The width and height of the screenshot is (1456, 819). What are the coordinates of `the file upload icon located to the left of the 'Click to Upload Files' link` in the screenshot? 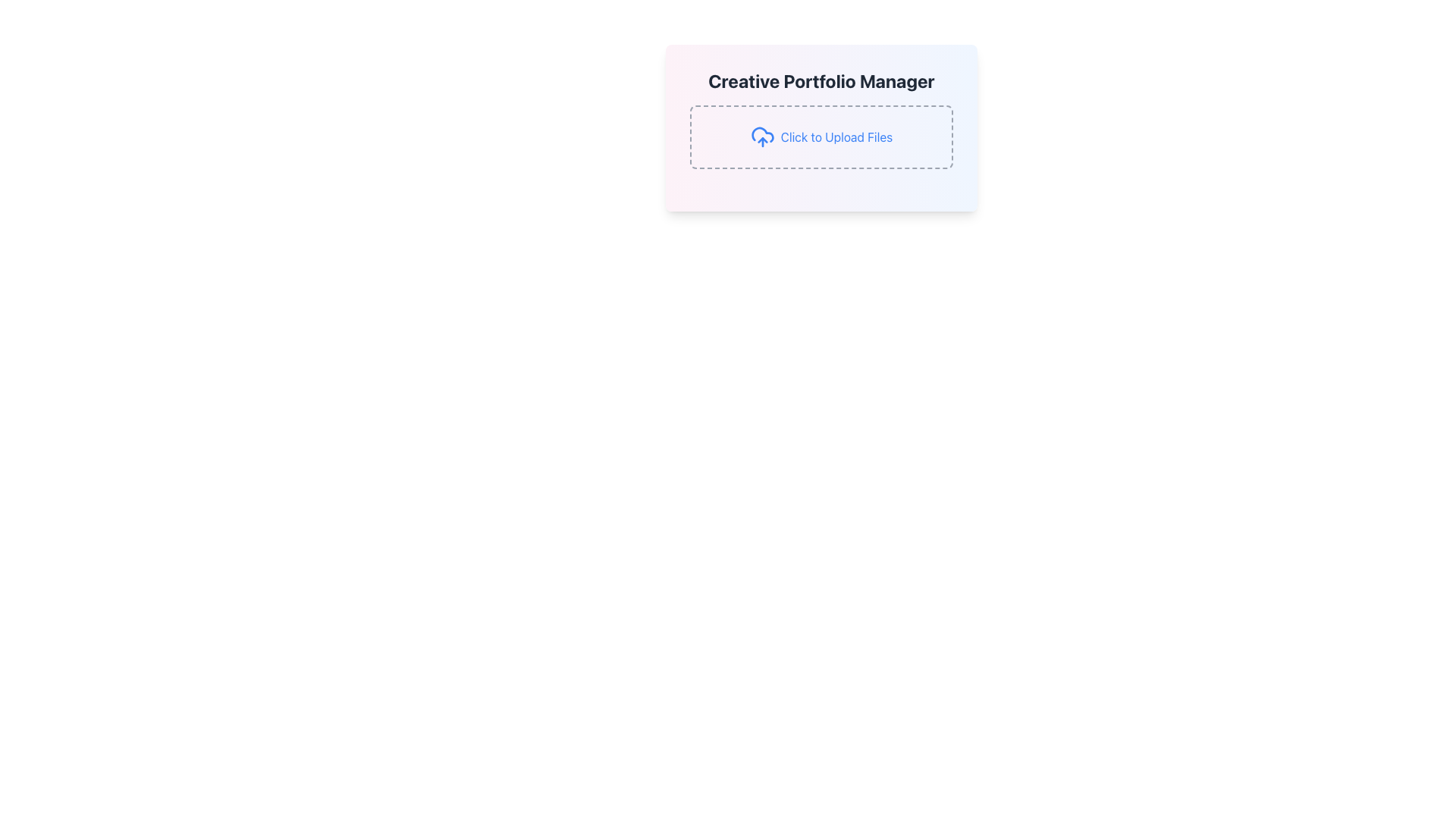 It's located at (762, 137).